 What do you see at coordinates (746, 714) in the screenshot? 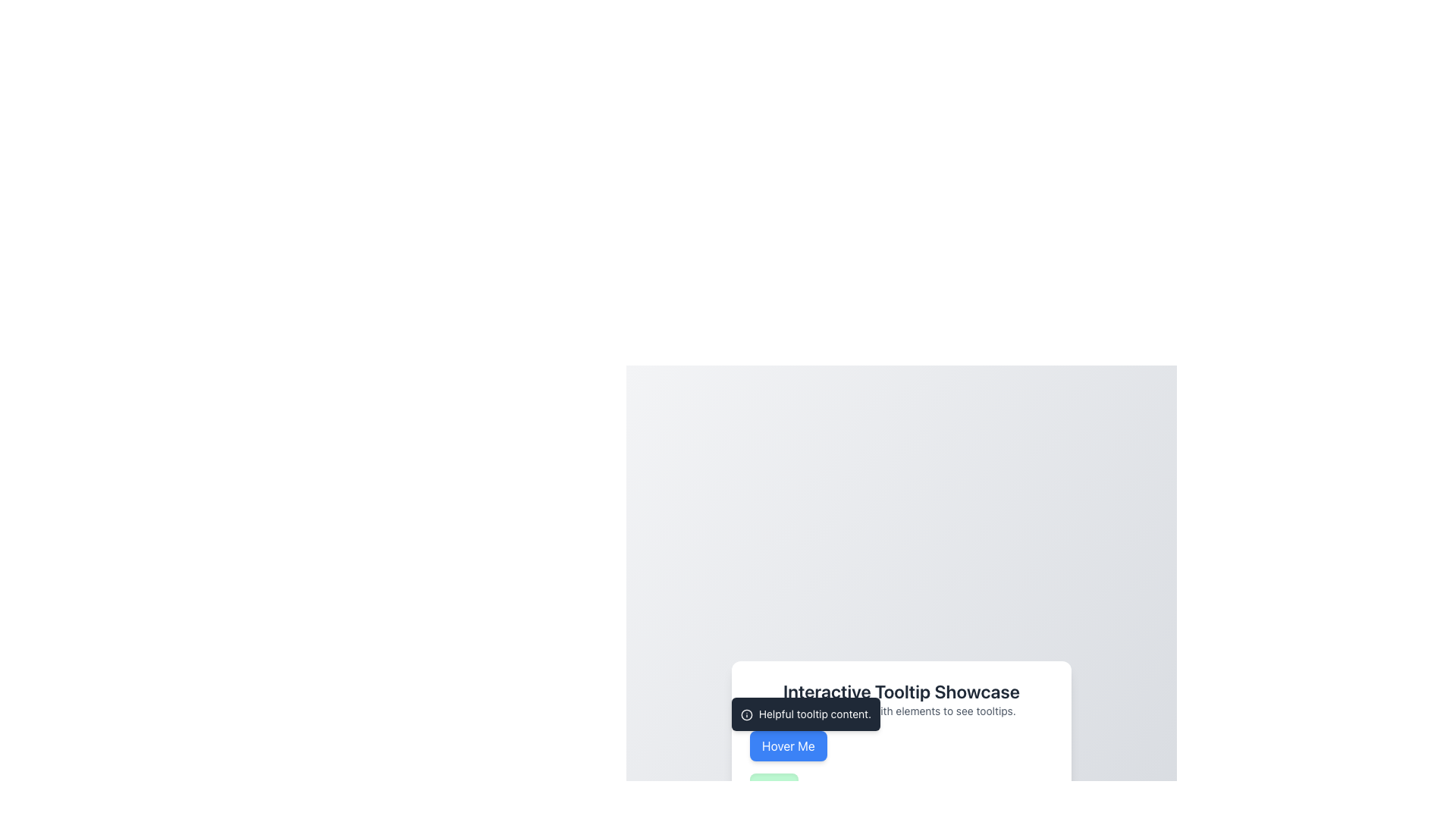
I see `the circular SVG element that is part of the information icon in the tooltip containing 'Helpful tooltip content.'` at bounding box center [746, 714].